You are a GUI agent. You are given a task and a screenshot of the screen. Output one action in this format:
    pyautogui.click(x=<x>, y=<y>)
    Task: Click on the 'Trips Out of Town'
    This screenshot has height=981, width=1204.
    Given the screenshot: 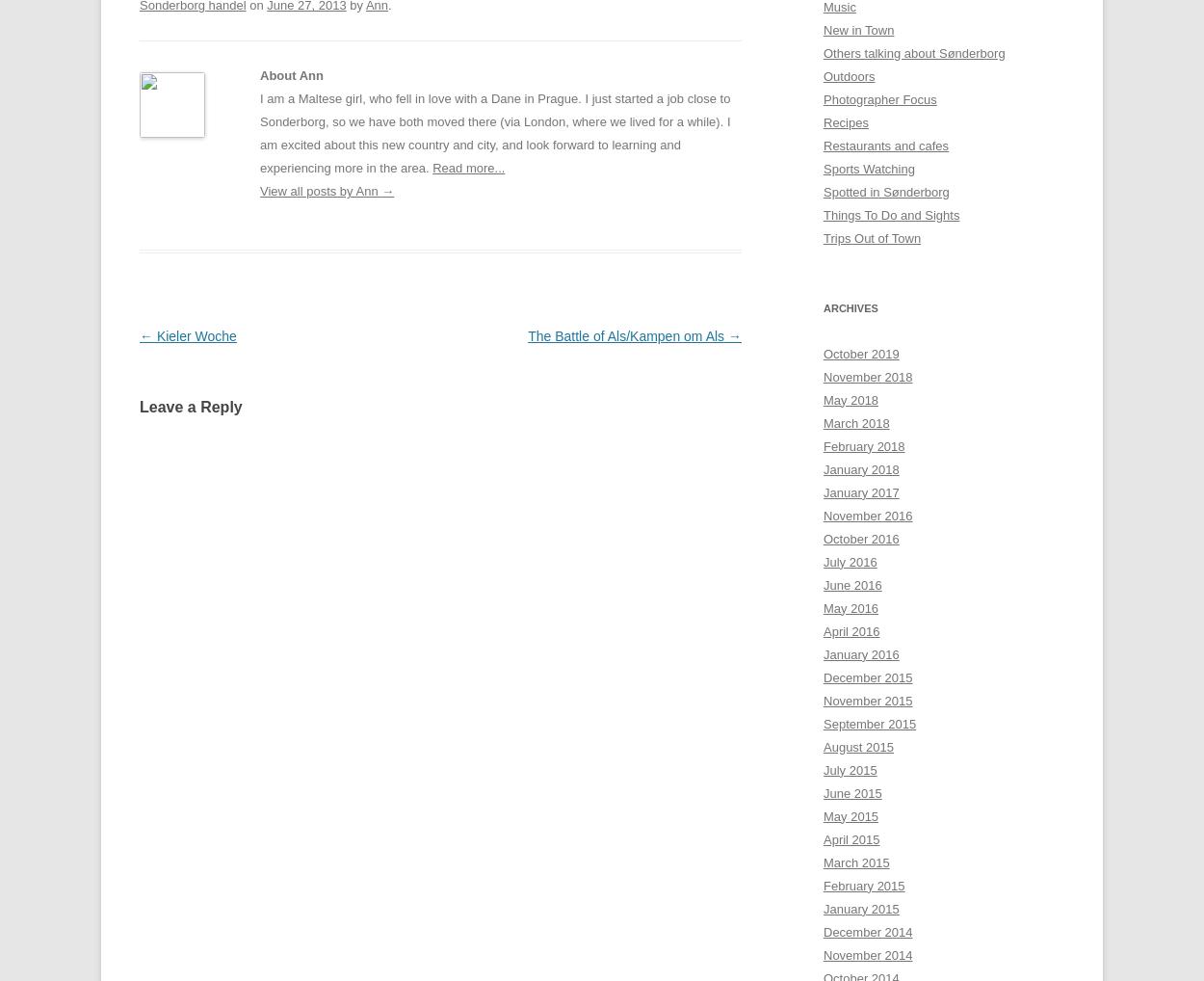 What is the action you would take?
    pyautogui.click(x=823, y=236)
    